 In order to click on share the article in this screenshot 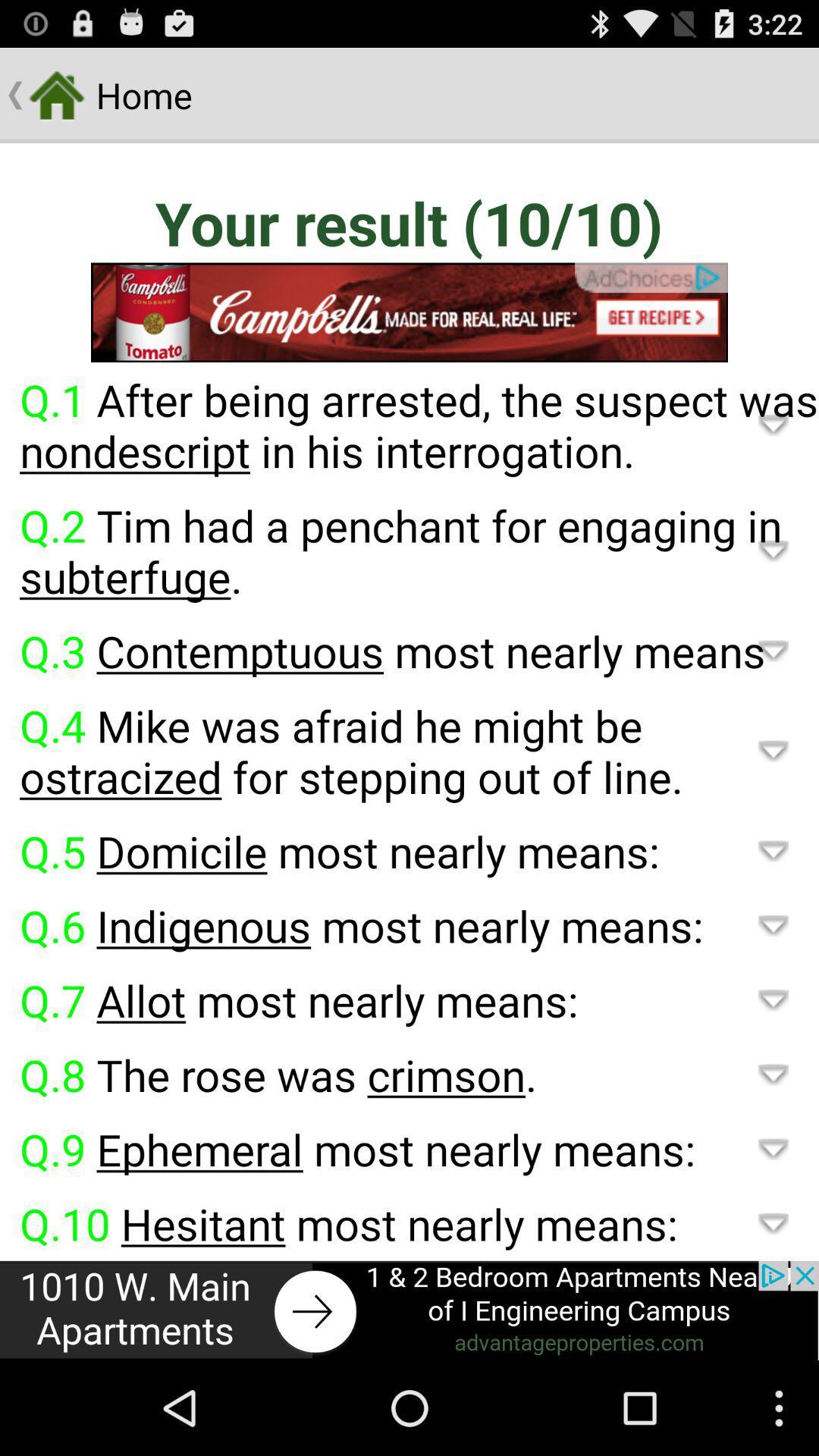, I will do `click(409, 1310)`.